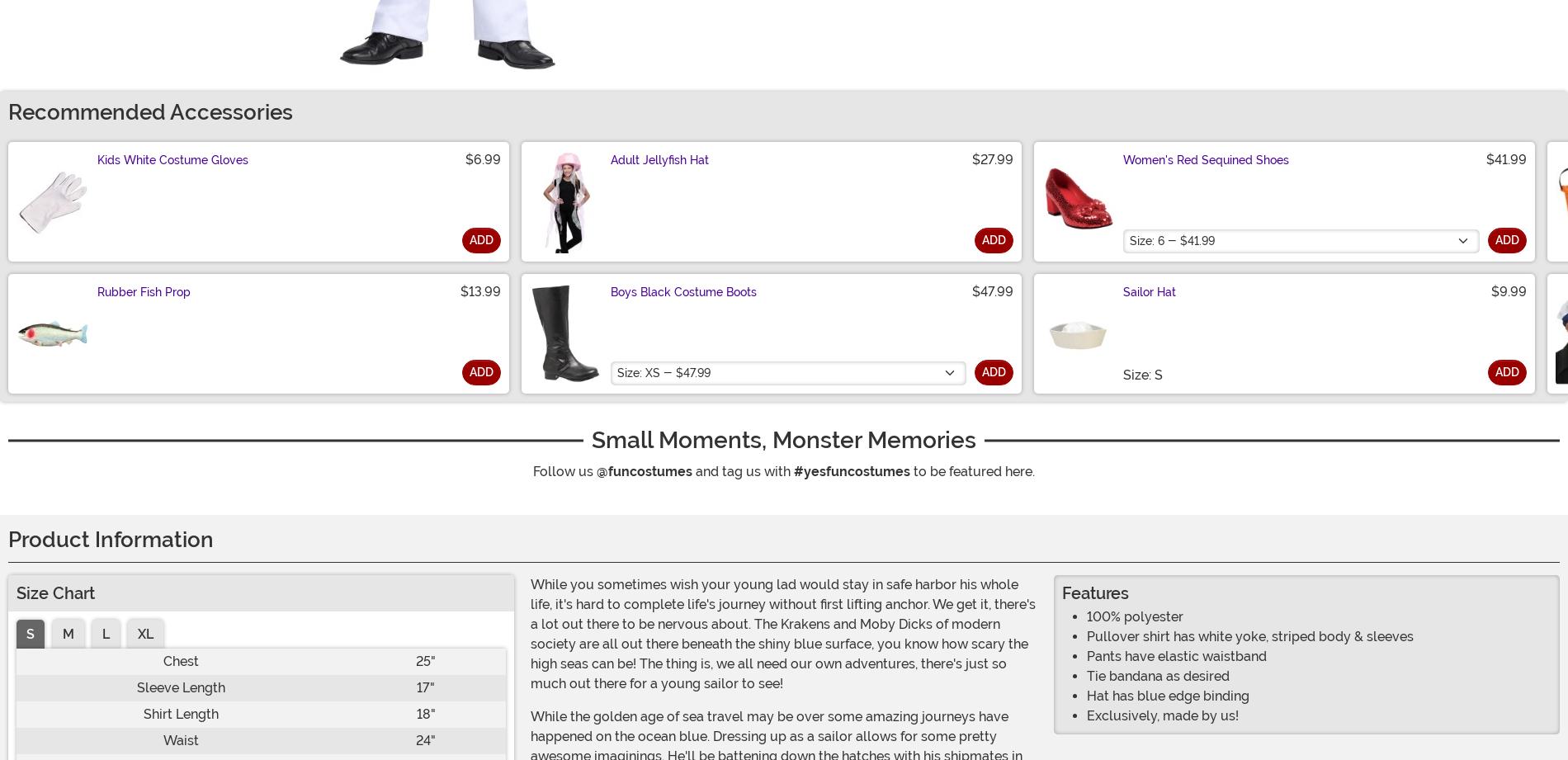  I want to click on 'Order Status', so click(549, 710).